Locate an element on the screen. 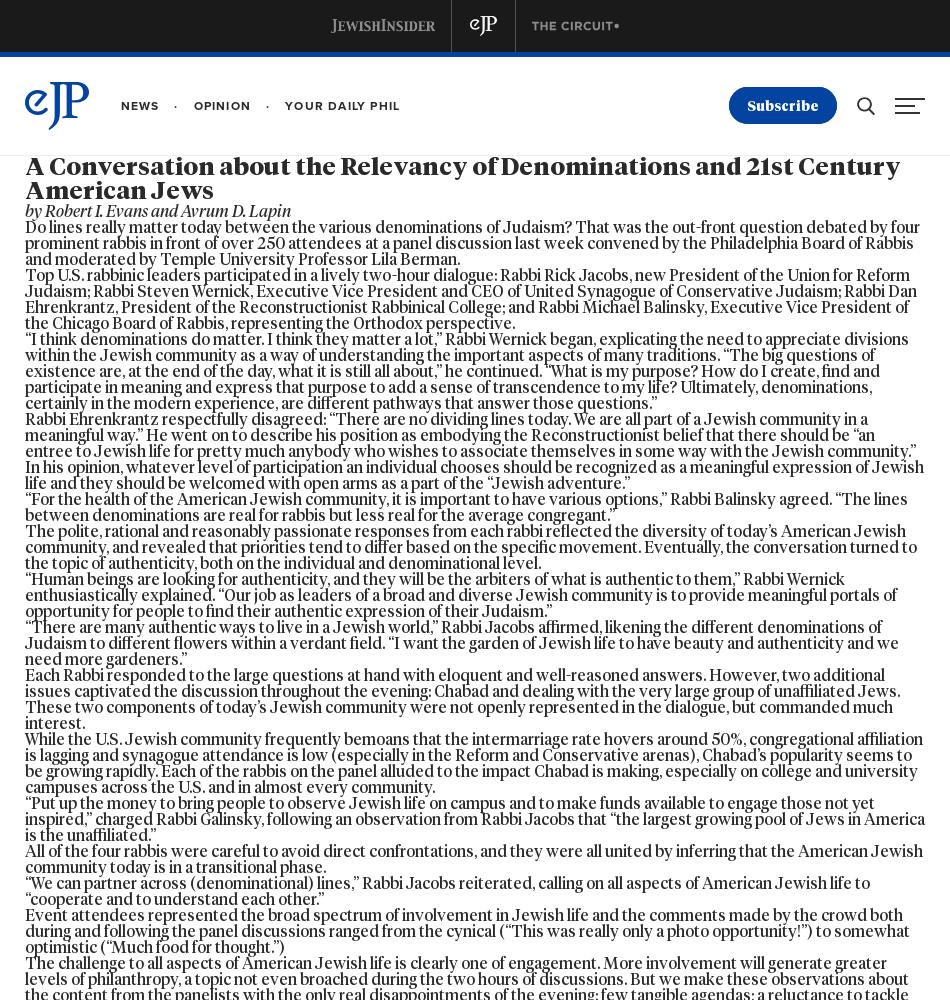 The width and height of the screenshot is (950, 1000). 'Subscribe' is located at coordinates (745, 105).